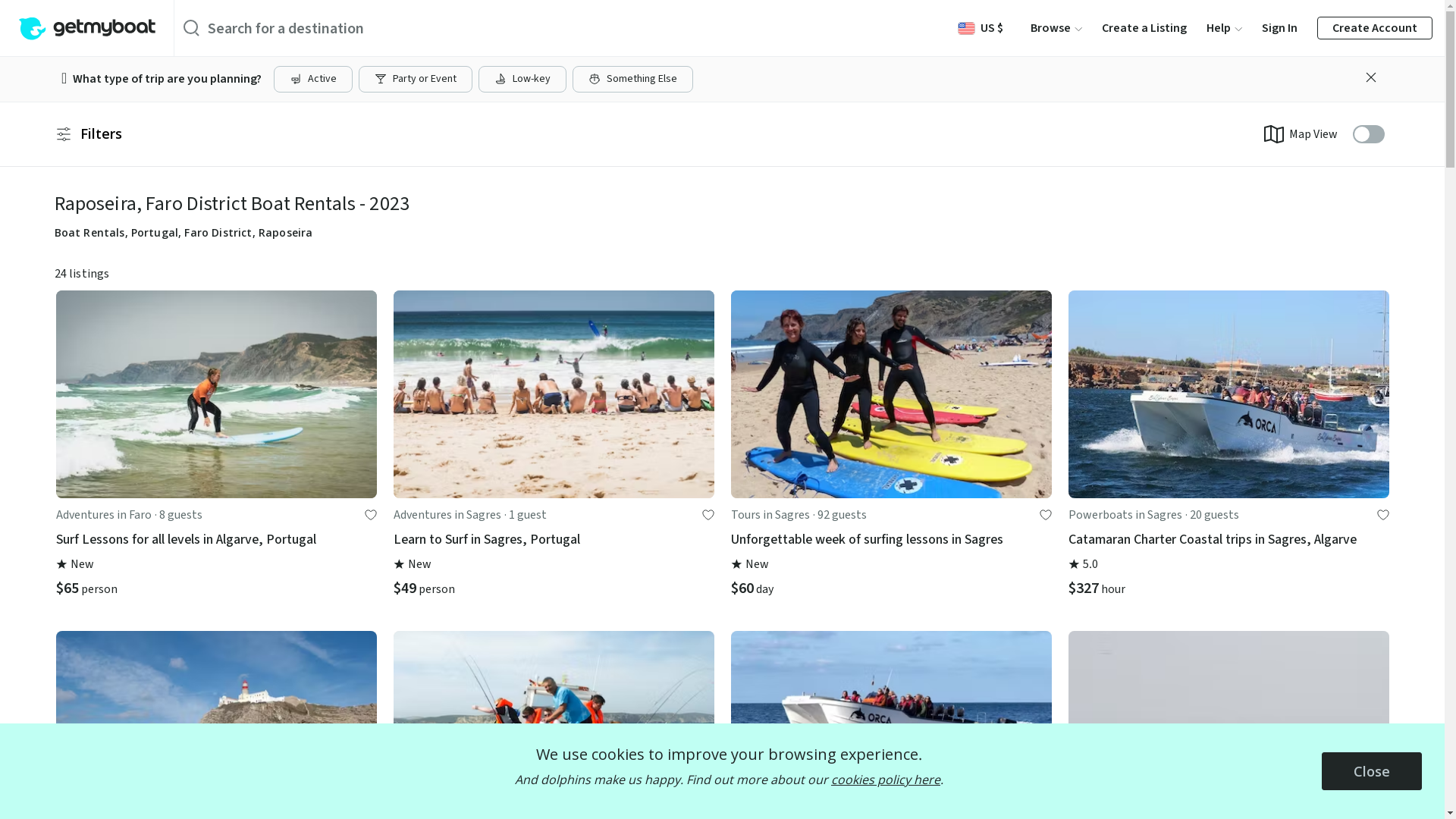 The height and width of the screenshot is (819, 1456). Describe the element at coordinates (1144, 28) in the screenshot. I see `'Create a Listing'` at that location.